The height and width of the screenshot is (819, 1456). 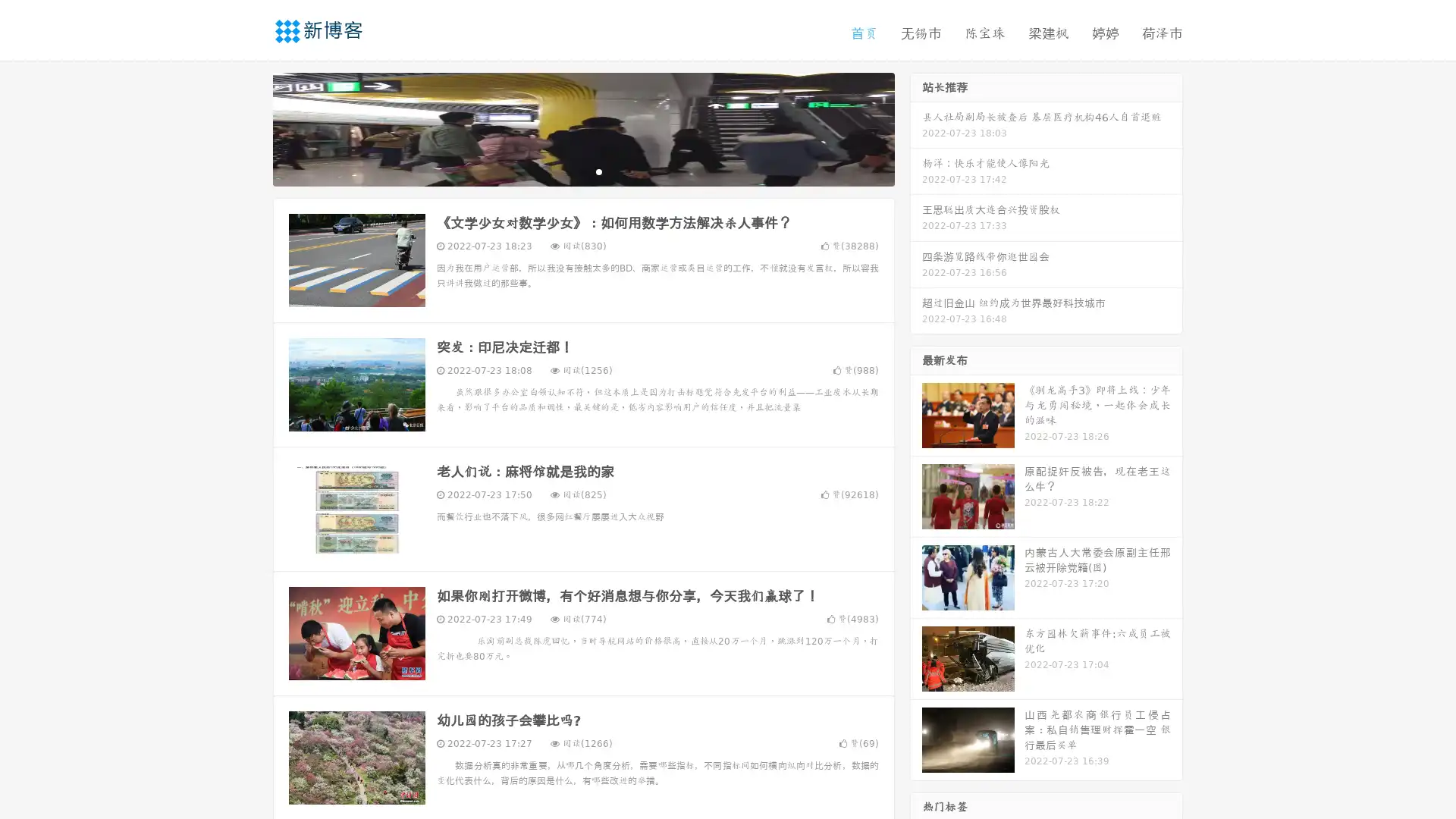 I want to click on Go to slide 3, so click(x=598, y=171).